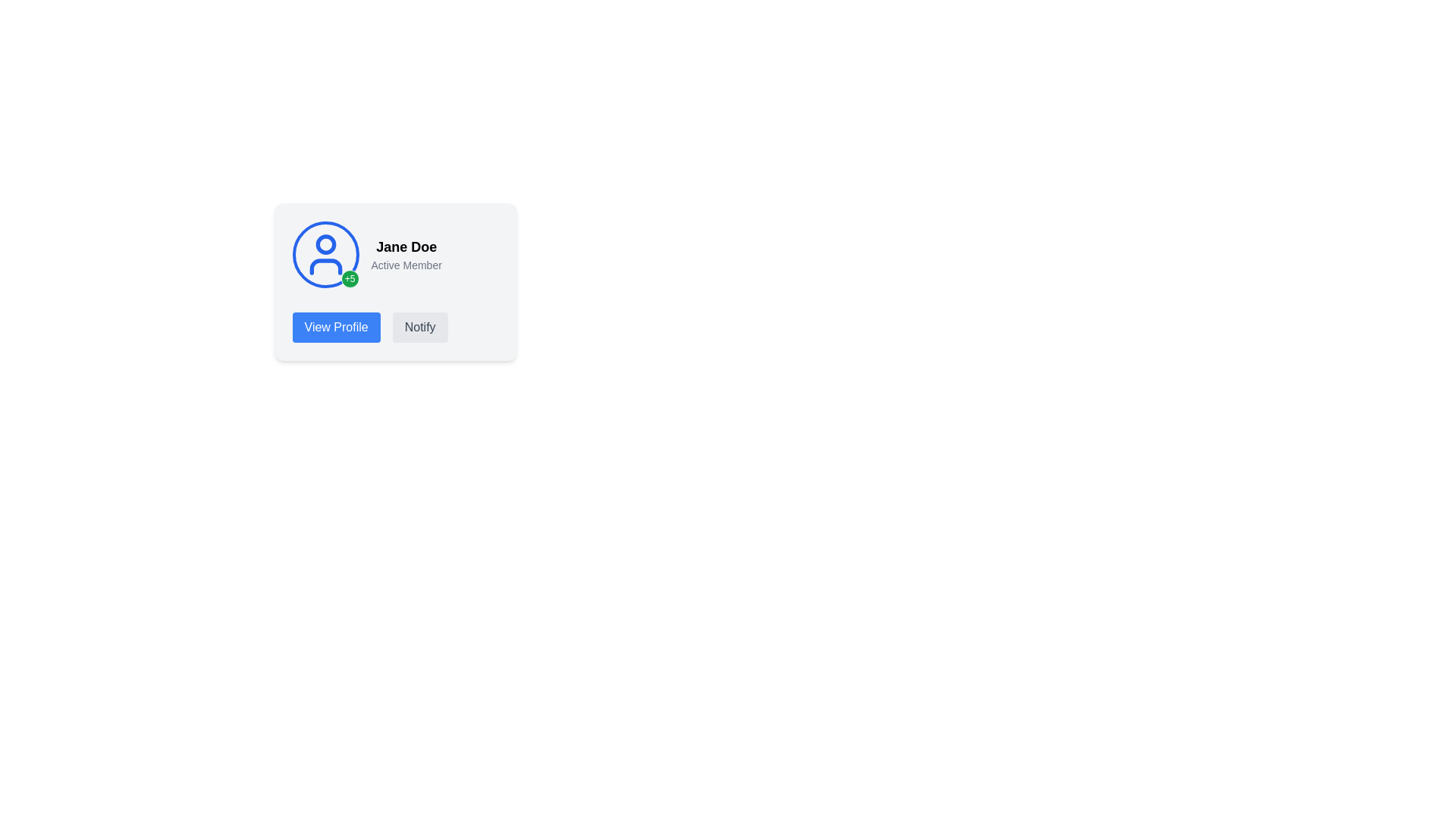 This screenshot has height=819, width=1456. I want to click on the 'View Profile' button, which is a rectangular button with rounded corners and white text on a blue background, located to the left of the 'Notify' button, so click(335, 327).